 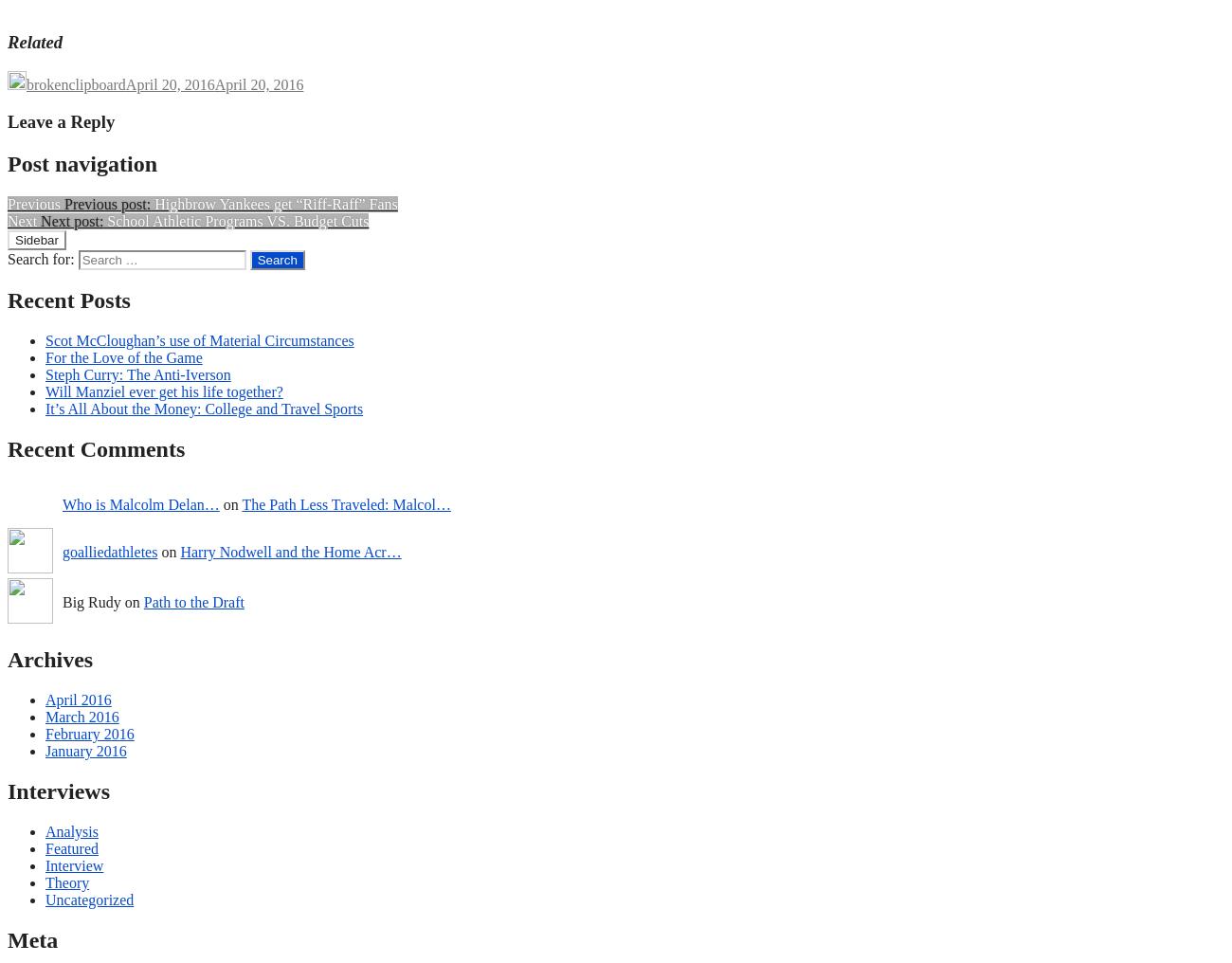 I want to click on 'March 2016', so click(x=82, y=716).